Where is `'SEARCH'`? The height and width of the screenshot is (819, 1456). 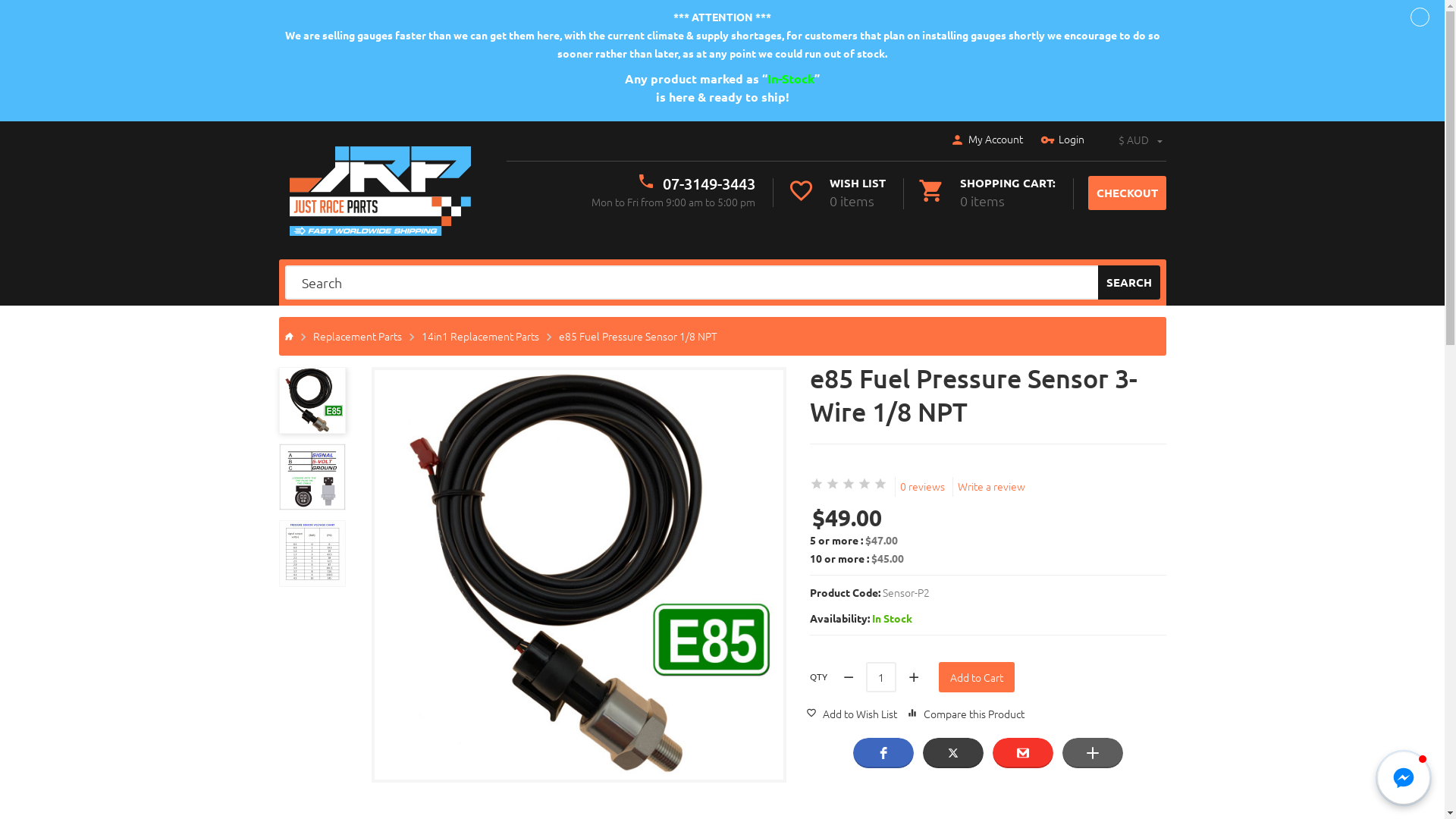
'SEARCH' is located at coordinates (1128, 282).